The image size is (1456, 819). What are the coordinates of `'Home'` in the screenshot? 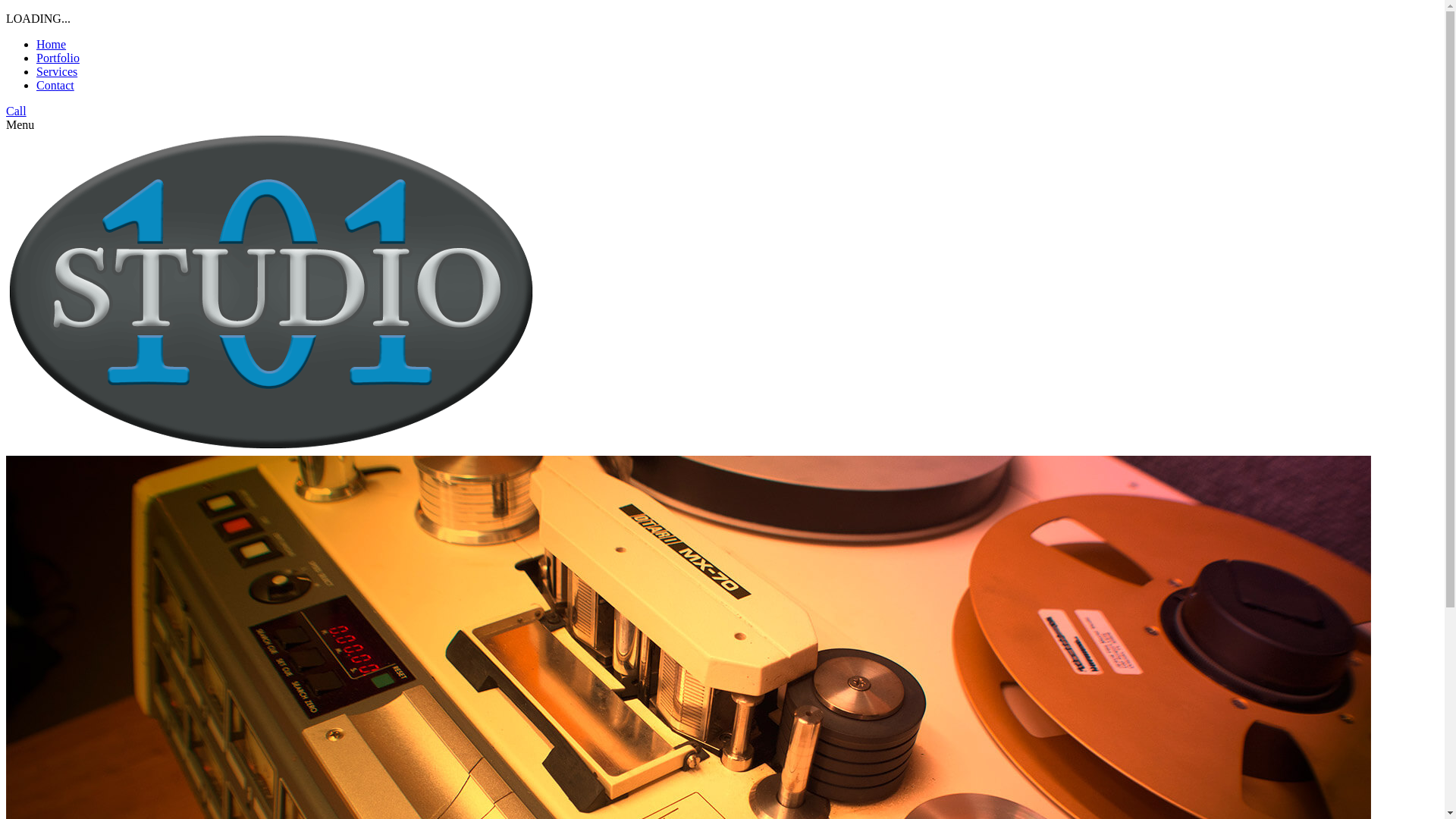 It's located at (51, 43).